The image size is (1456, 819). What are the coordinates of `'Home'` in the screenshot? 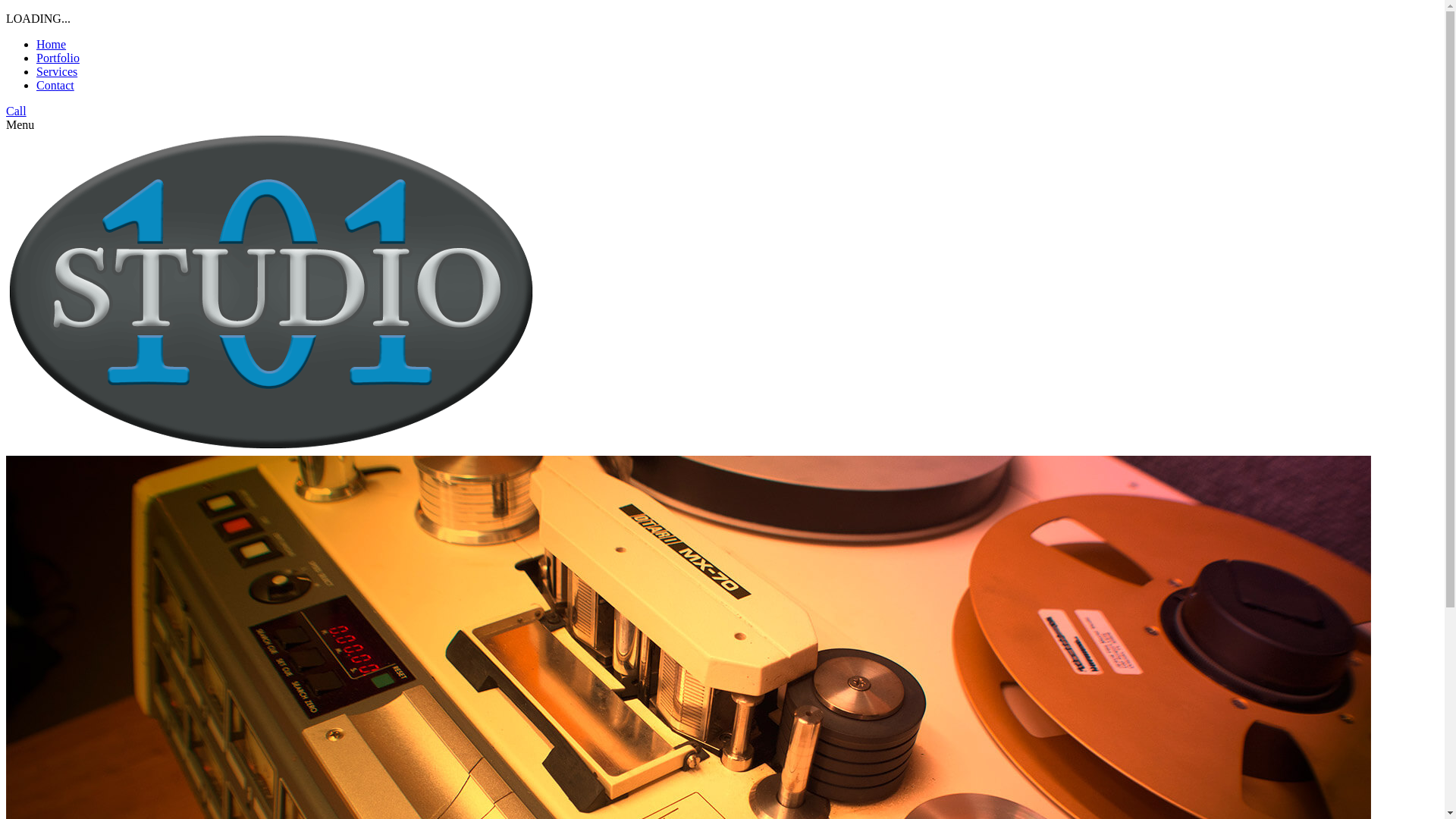 It's located at (51, 43).